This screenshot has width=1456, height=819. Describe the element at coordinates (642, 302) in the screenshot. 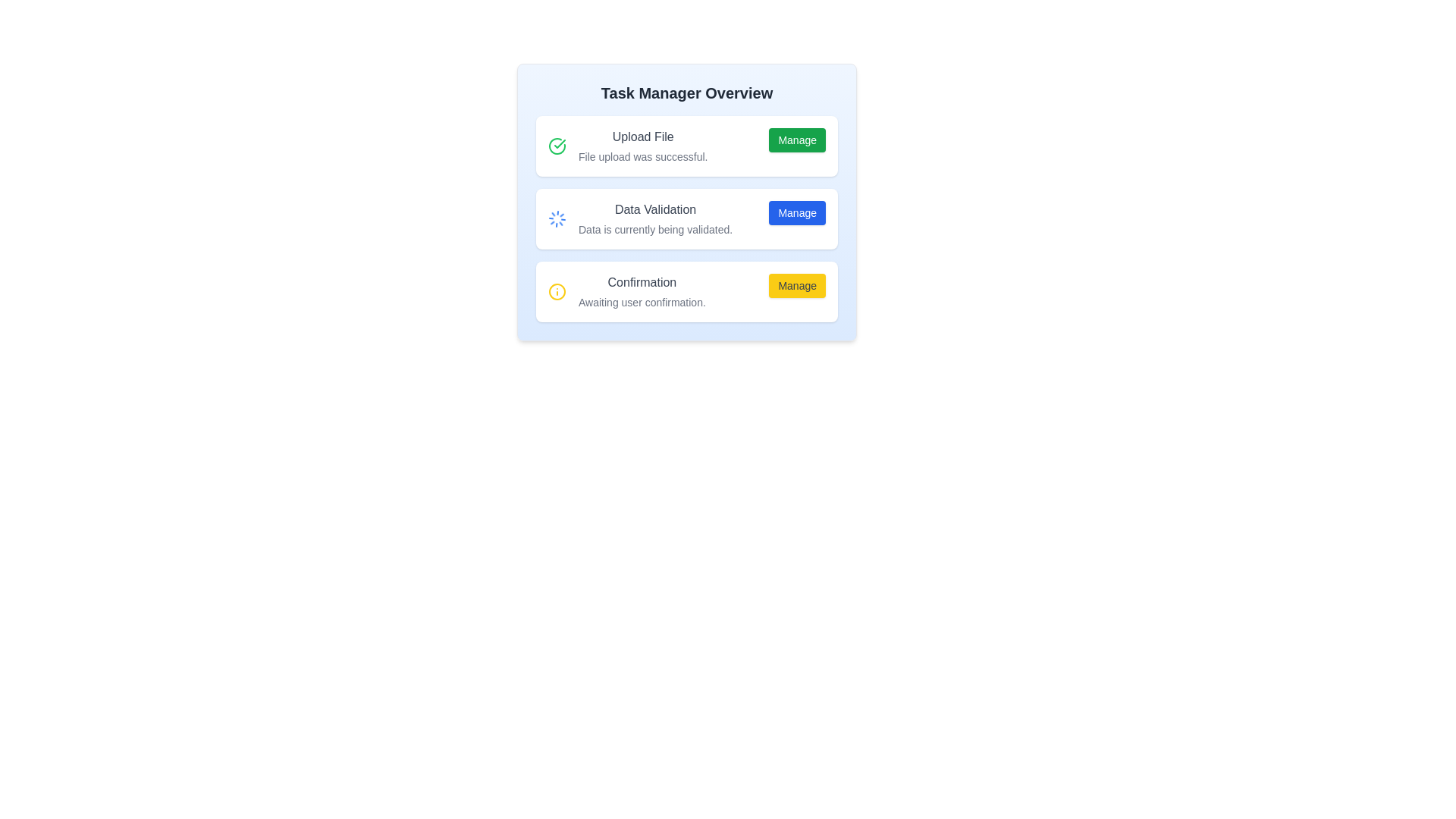

I see `the static text element that reads 'Awaiting user confirmation.' which is styled in a smaller font size and muted gray color, located below the heading 'Confirmation' and above the yellow 'Manage' button` at that location.